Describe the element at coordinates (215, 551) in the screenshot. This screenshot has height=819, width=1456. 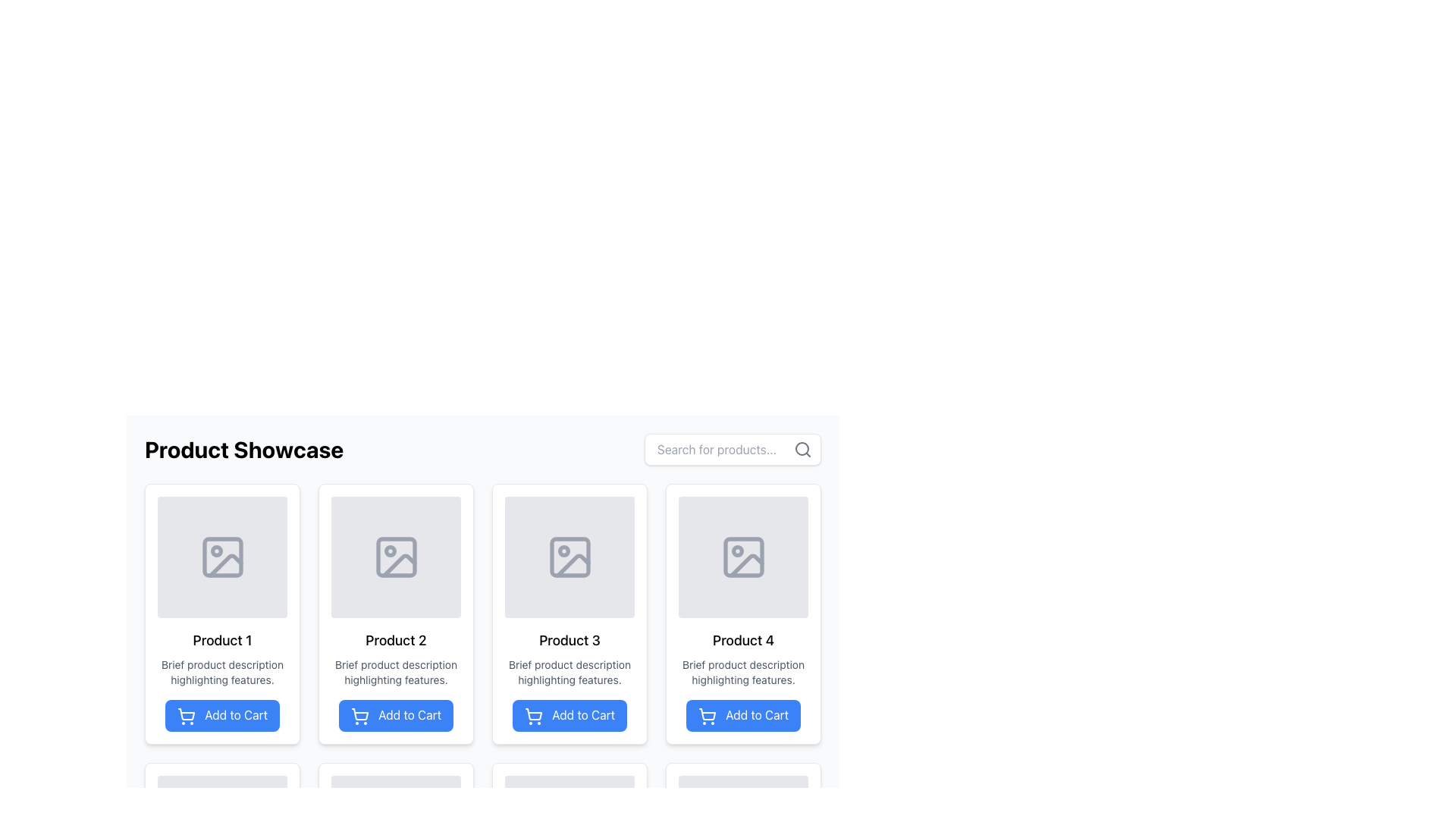
I see `the small circular icon within the image placeholder of 'Product 1' in the product list` at that location.